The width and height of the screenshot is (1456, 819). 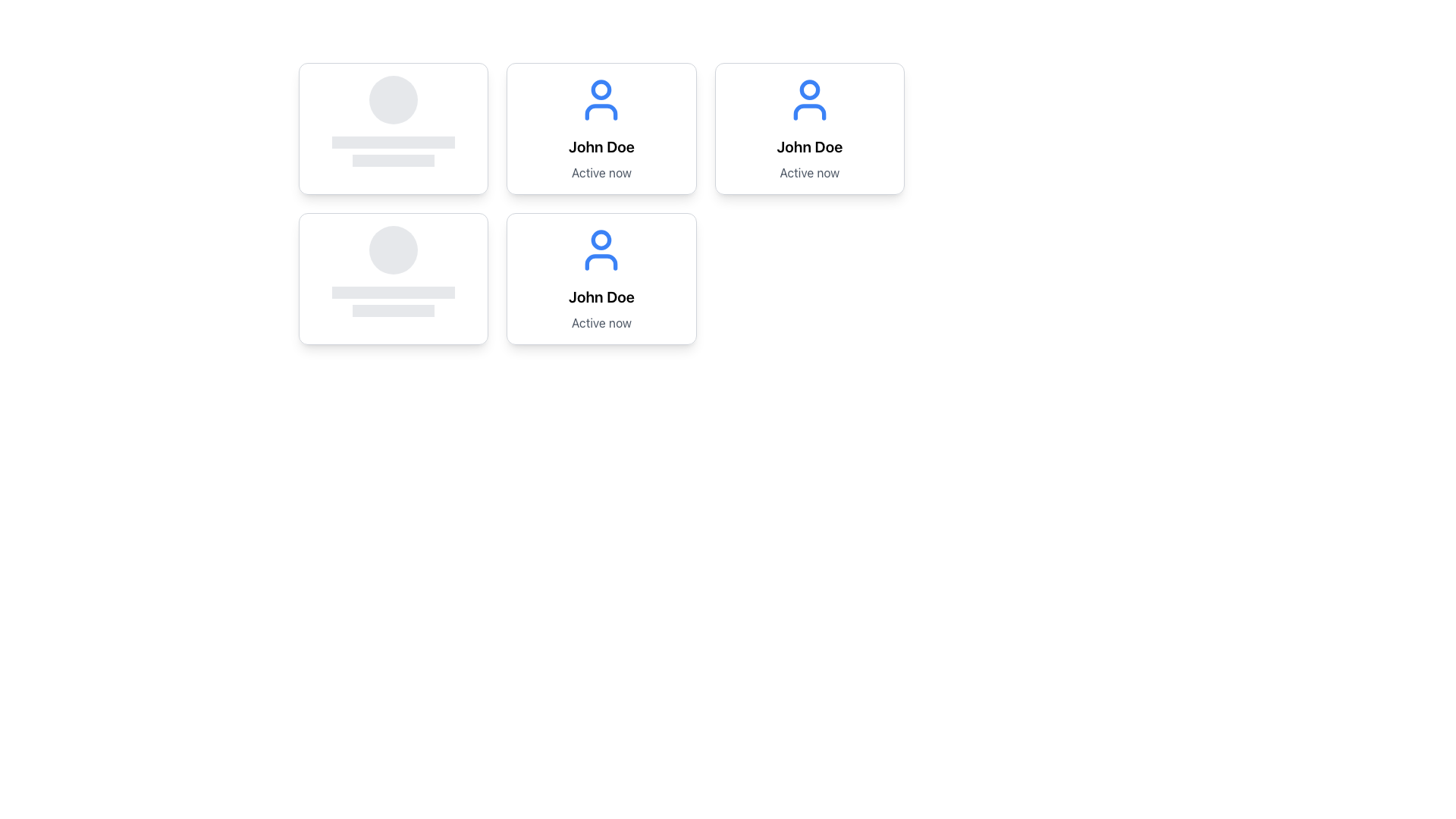 What do you see at coordinates (601, 127) in the screenshot?
I see `on the second user profile card in the top row` at bounding box center [601, 127].